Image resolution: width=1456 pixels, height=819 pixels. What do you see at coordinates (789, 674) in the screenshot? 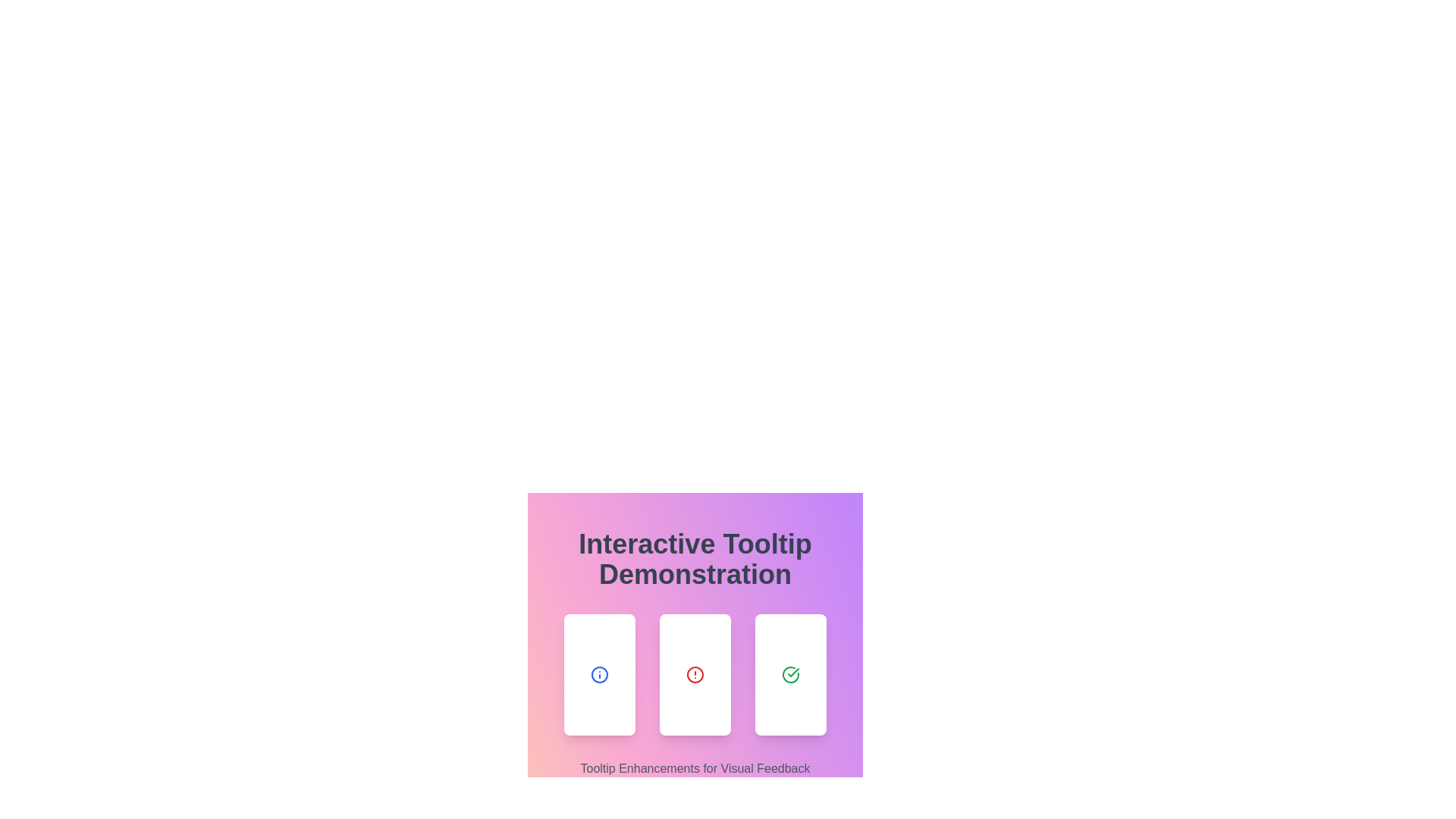
I see `the Information Card, which is the third card from the left in a grid layout, featuring a green check icon in the center and rounded corners` at bounding box center [789, 674].